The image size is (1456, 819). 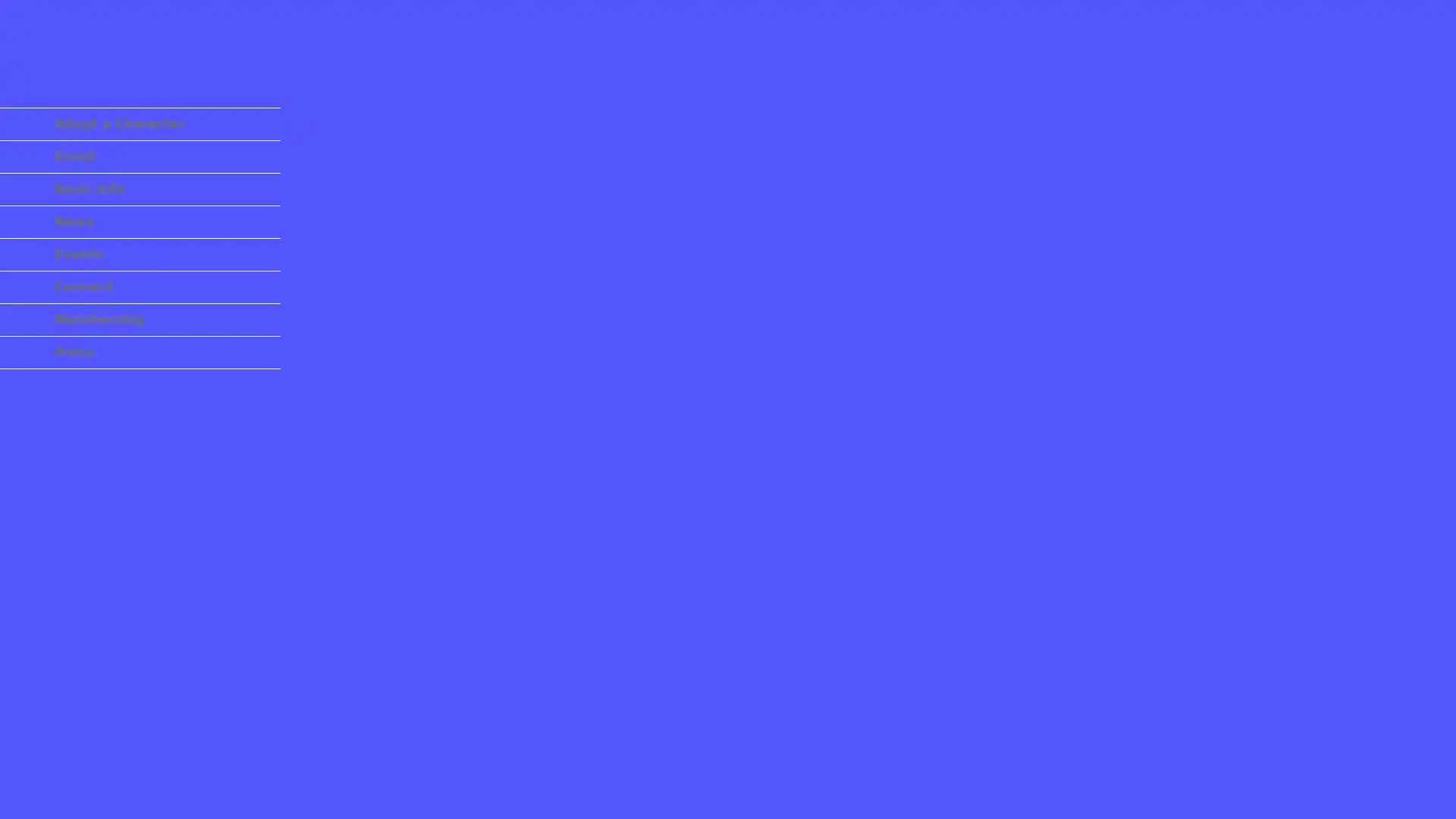 I want to click on . U+FF0E, so click(x=333, y=412).